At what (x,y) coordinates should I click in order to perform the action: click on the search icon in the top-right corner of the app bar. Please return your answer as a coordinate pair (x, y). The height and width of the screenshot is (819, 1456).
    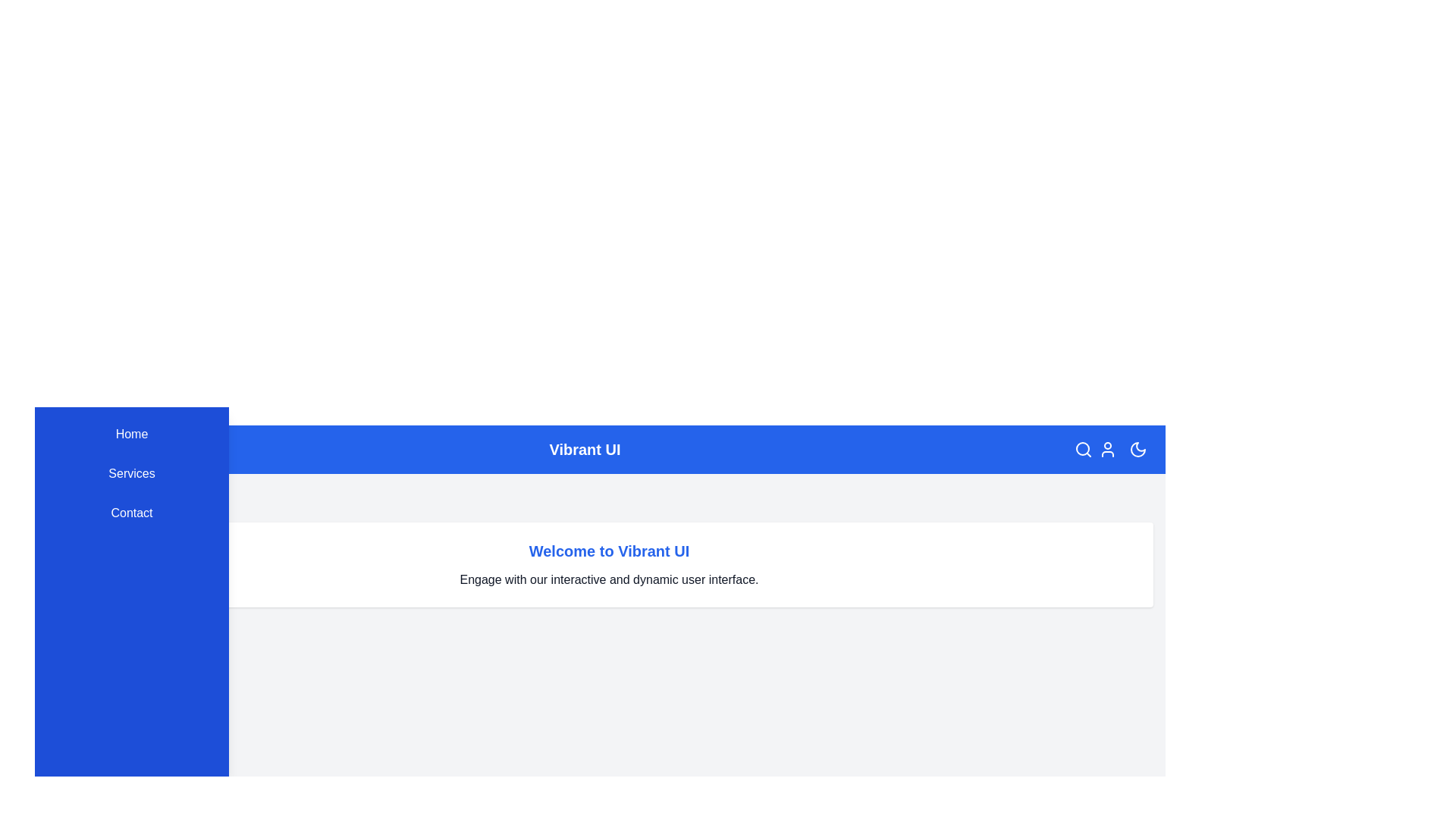
    Looking at the image, I should click on (1083, 449).